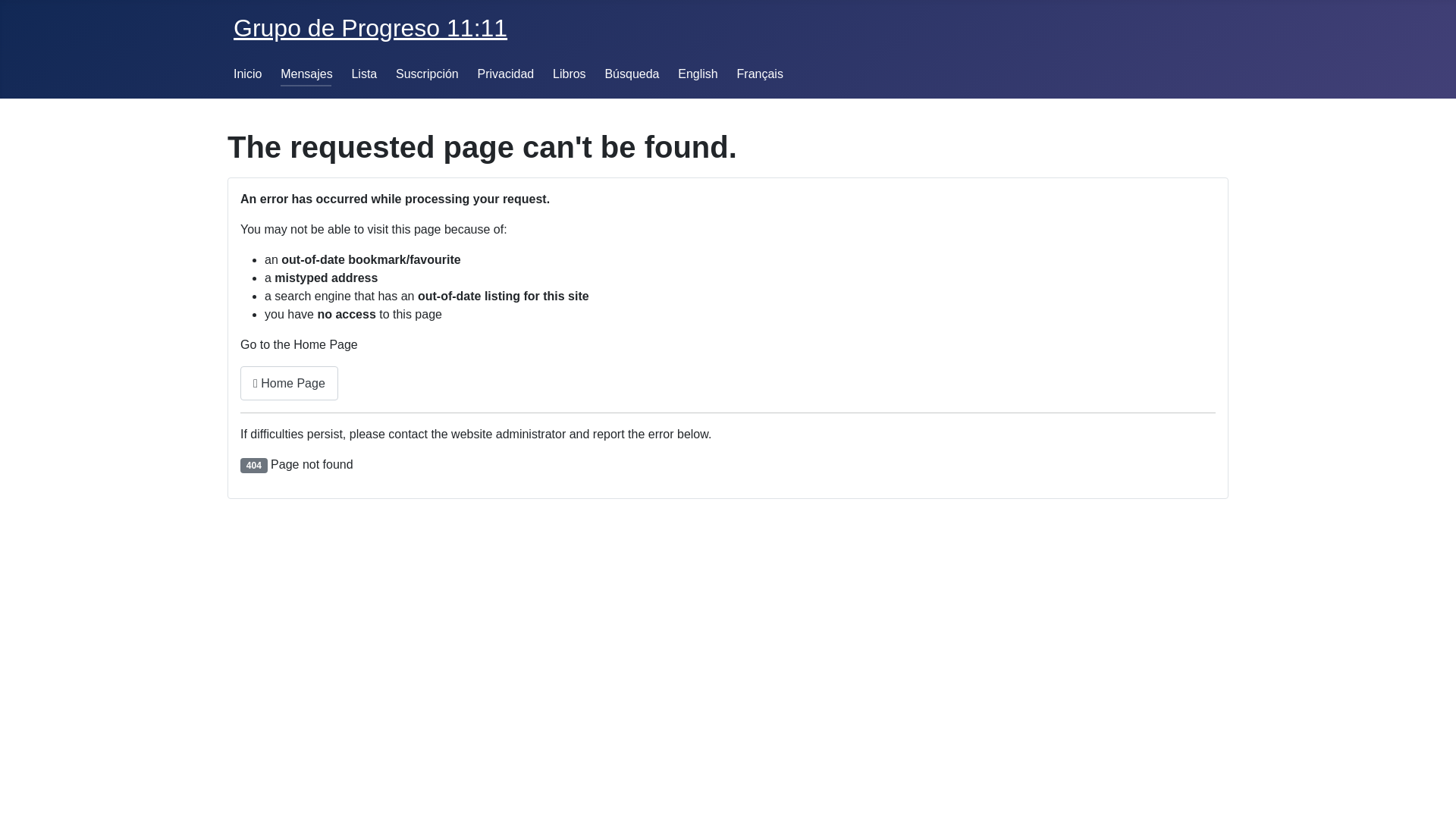 The height and width of the screenshot is (819, 1456). I want to click on 'Inicio', so click(247, 74).